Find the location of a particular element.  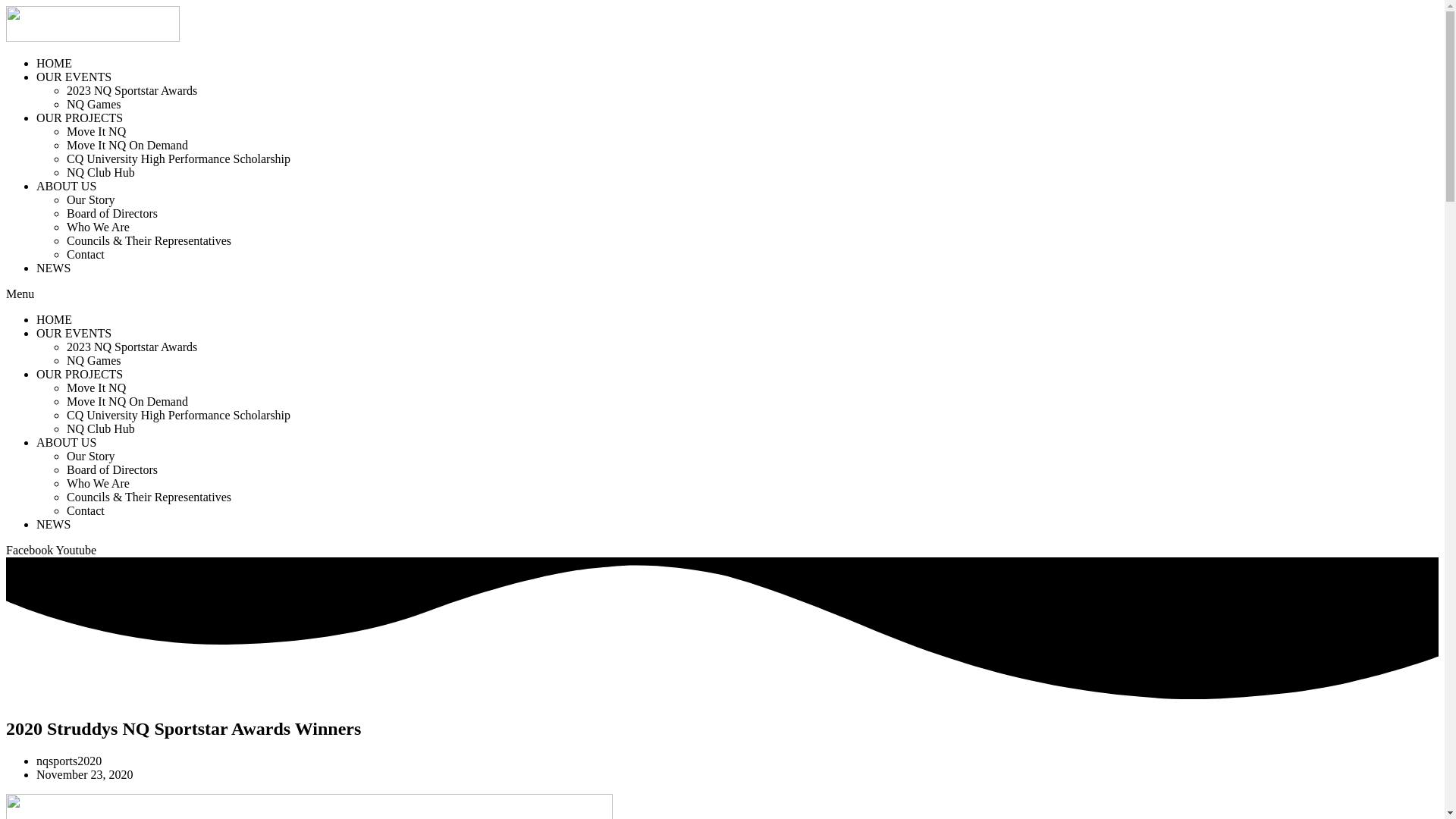

'November 23, 2020' is located at coordinates (83, 774).